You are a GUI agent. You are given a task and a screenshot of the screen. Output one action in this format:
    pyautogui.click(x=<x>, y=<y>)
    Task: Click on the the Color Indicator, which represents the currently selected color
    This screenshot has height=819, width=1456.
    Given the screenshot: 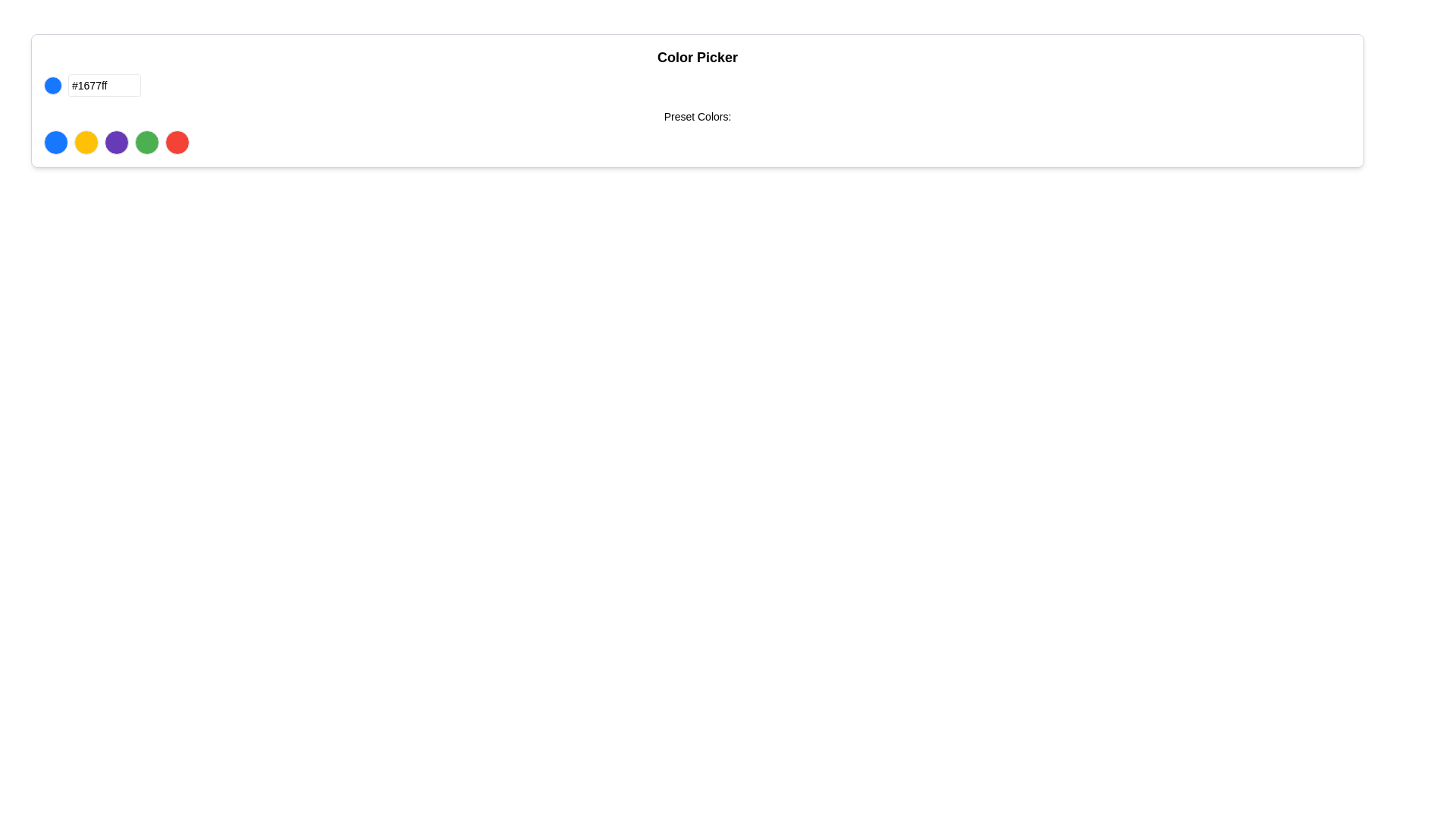 What is the action you would take?
    pyautogui.click(x=53, y=85)
    